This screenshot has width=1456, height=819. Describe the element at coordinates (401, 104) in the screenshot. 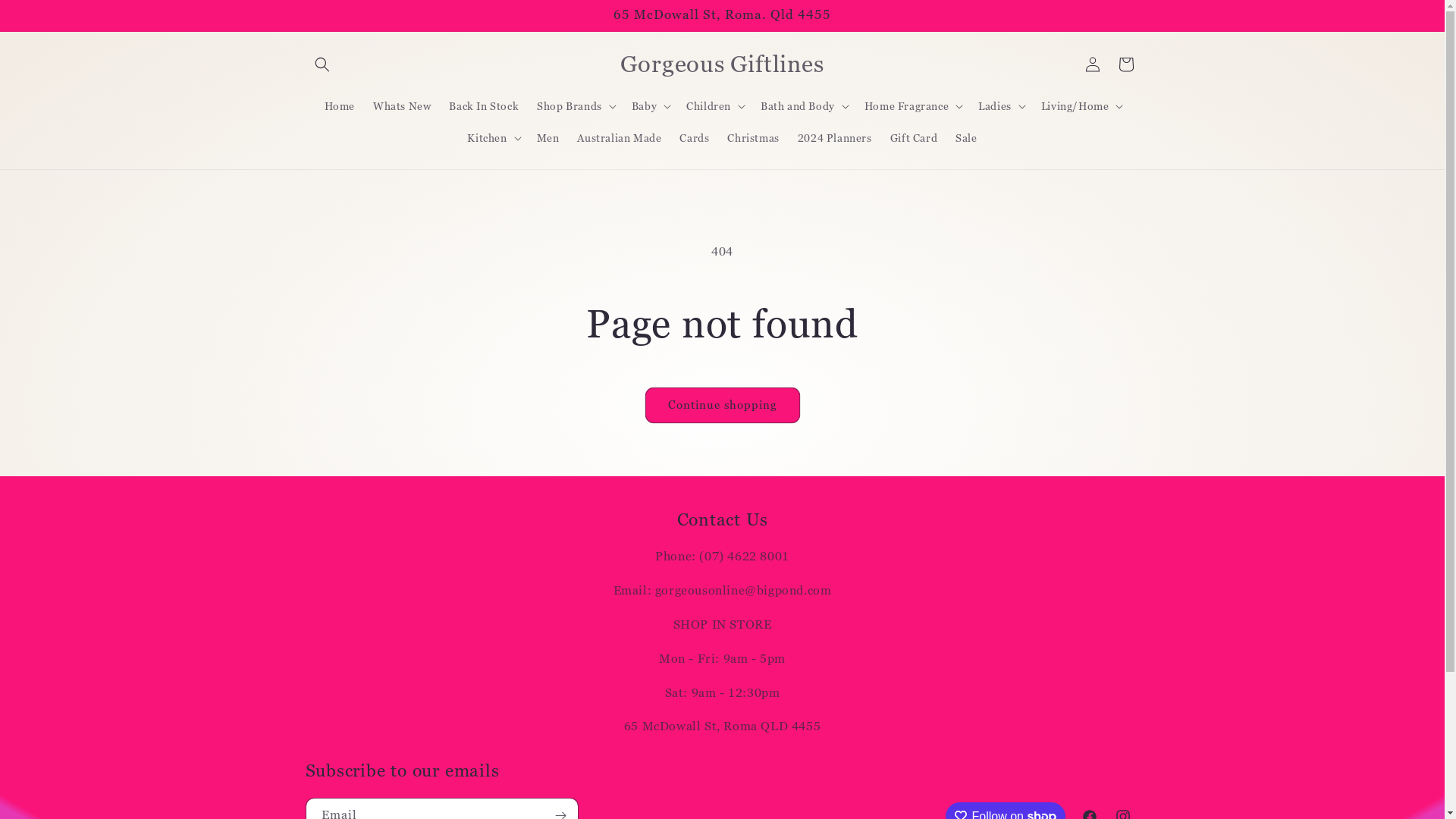

I see `'Whats New'` at that location.